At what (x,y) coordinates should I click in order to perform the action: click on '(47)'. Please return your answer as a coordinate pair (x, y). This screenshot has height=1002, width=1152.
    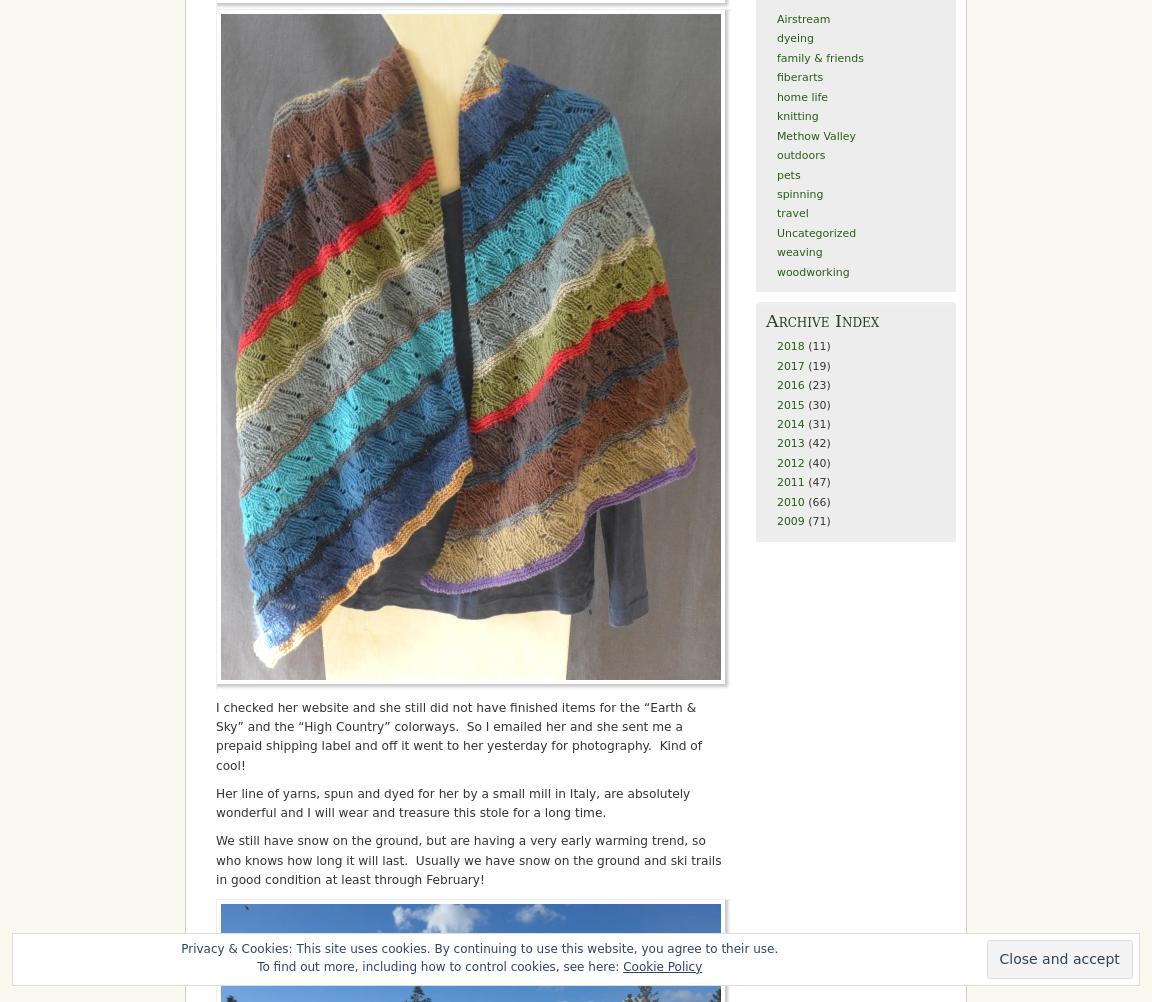
    Looking at the image, I should click on (816, 481).